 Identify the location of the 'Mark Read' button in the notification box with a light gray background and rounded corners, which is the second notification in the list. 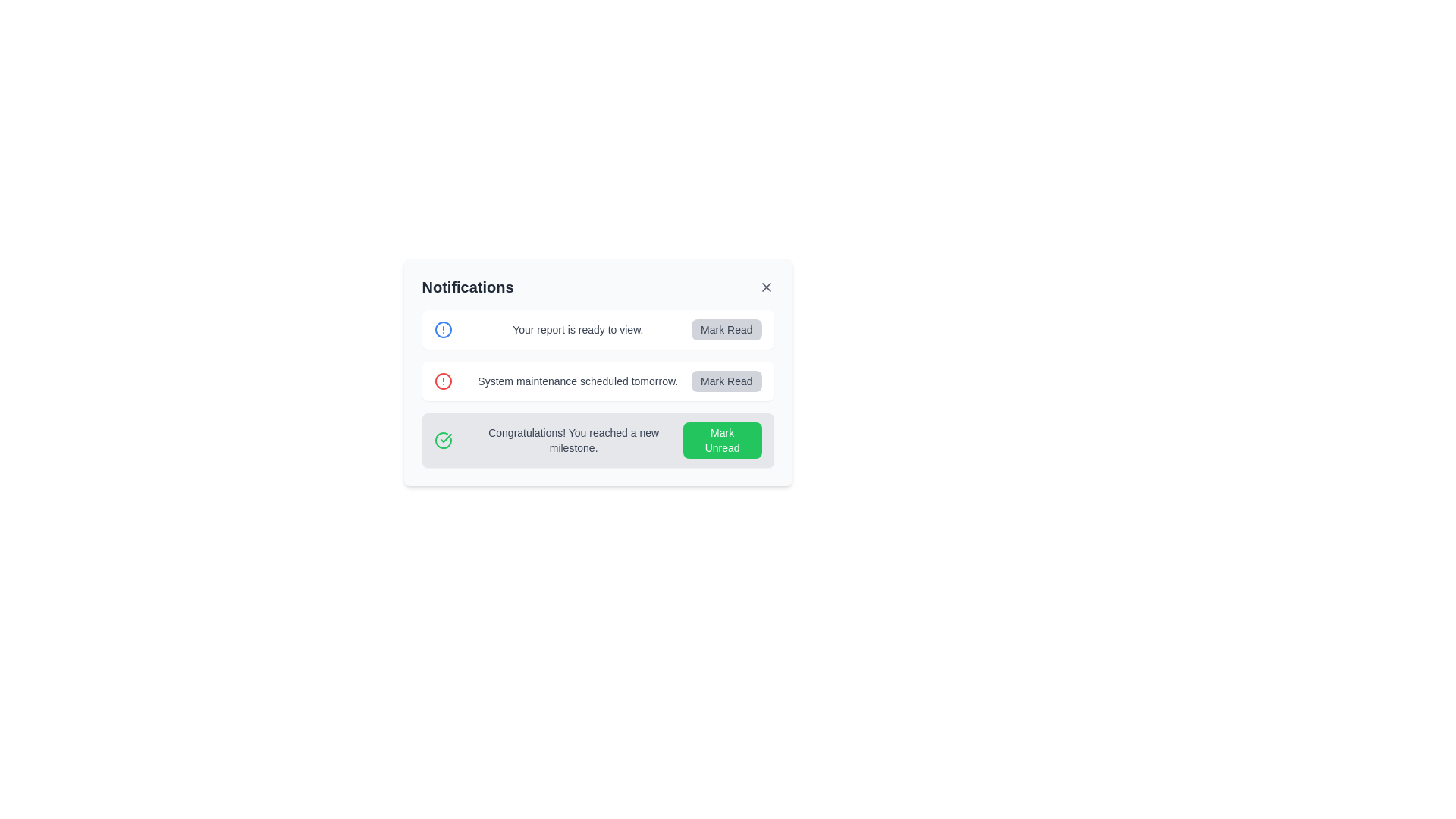
(597, 372).